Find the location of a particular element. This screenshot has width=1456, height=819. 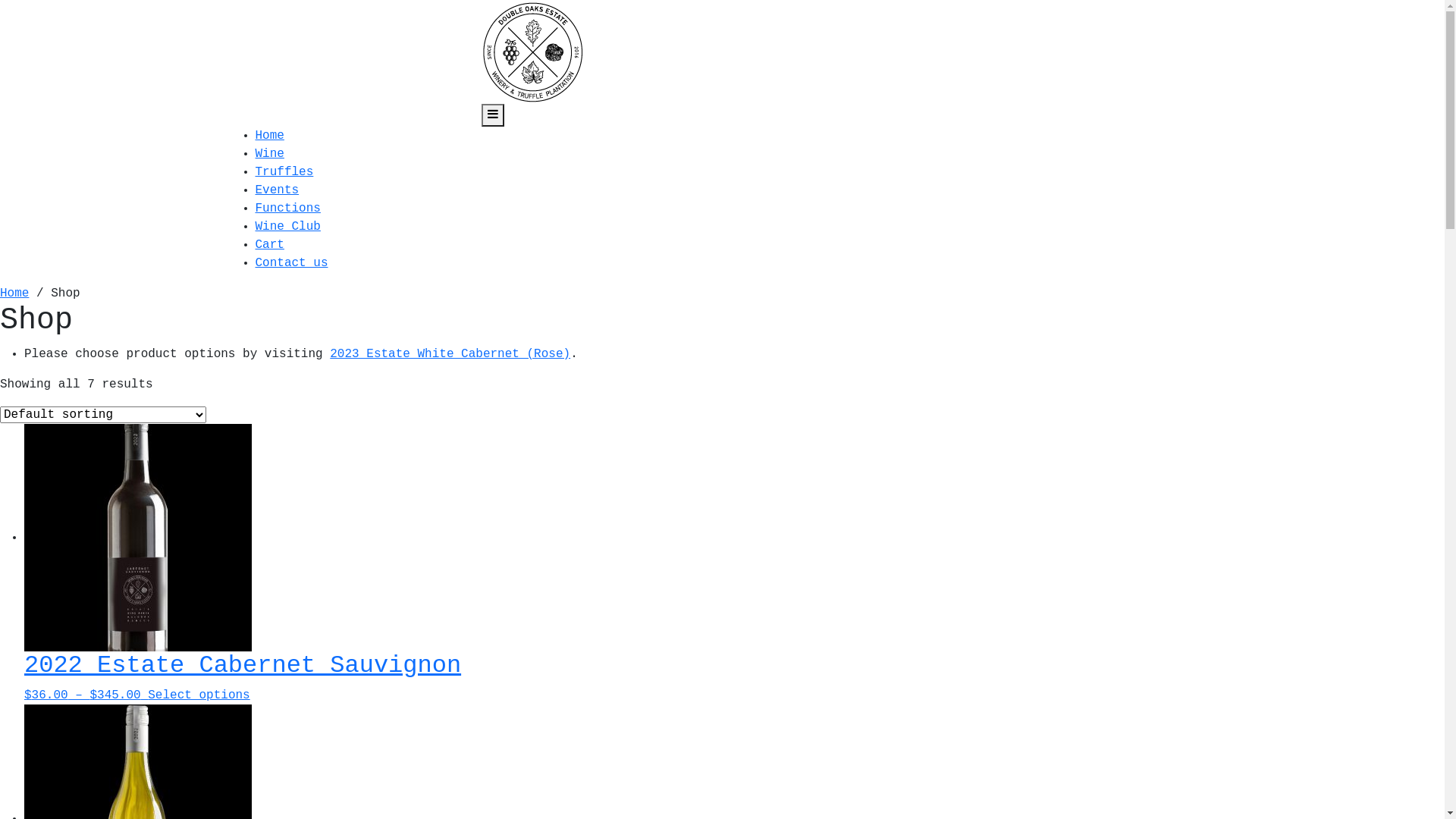

'Cart' is located at coordinates (269, 244).